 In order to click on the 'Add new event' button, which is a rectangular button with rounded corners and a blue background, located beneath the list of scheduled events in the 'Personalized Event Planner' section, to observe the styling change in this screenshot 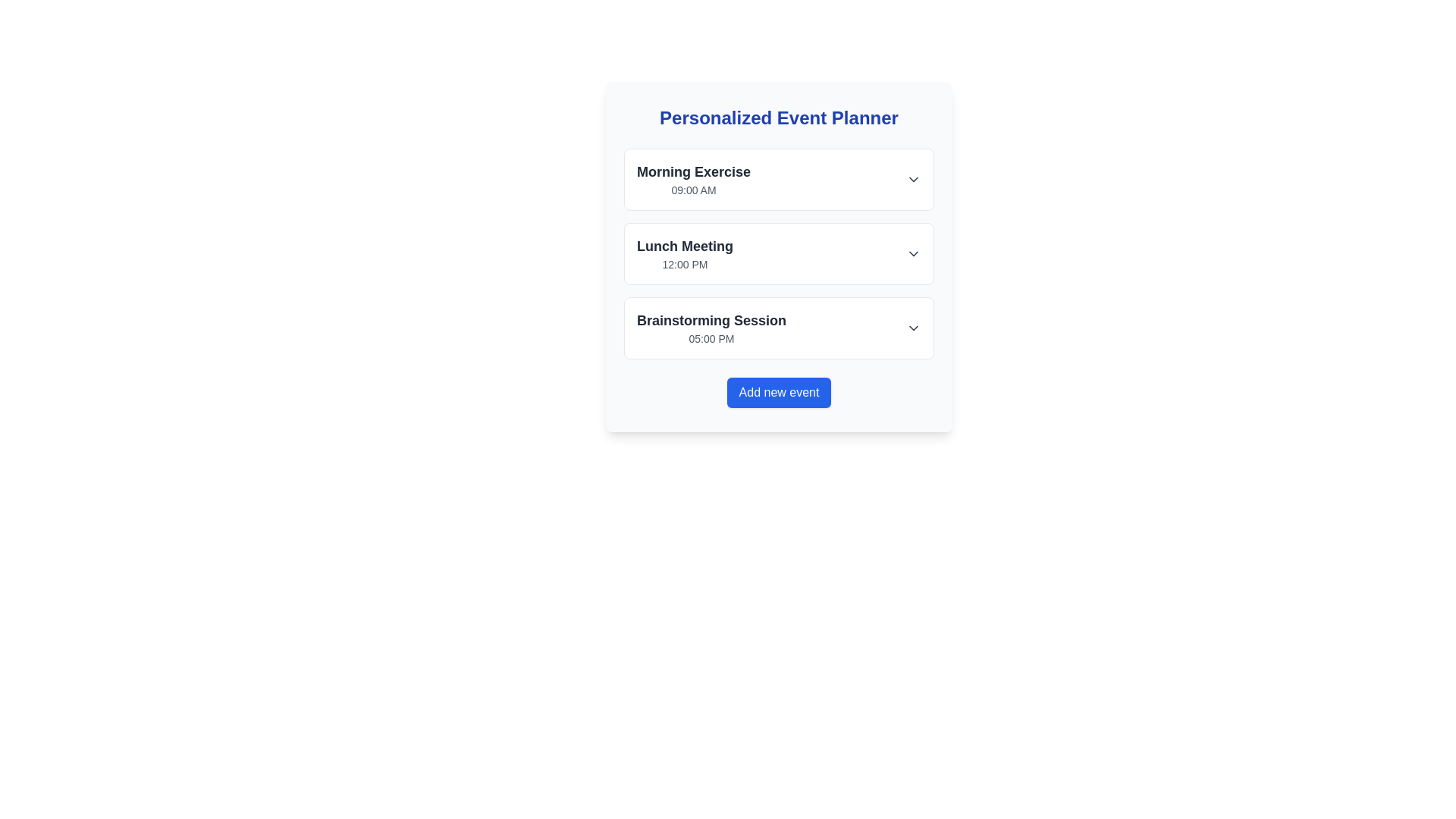, I will do `click(779, 391)`.